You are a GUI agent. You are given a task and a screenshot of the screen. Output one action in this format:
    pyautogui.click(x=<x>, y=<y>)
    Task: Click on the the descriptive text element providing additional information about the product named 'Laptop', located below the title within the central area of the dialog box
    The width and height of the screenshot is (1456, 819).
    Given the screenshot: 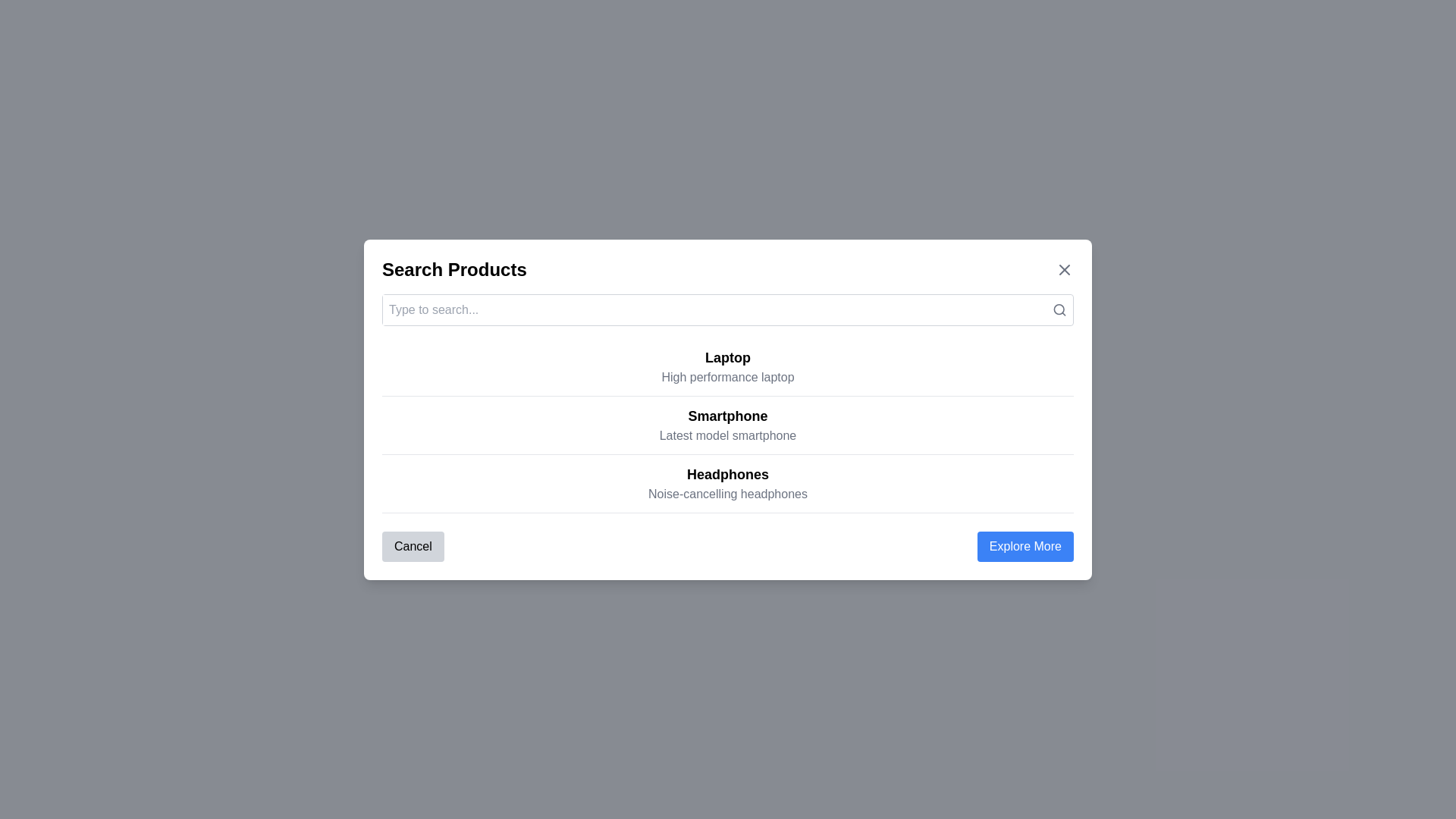 What is the action you would take?
    pyautogui.click(x=728, y=376)
    